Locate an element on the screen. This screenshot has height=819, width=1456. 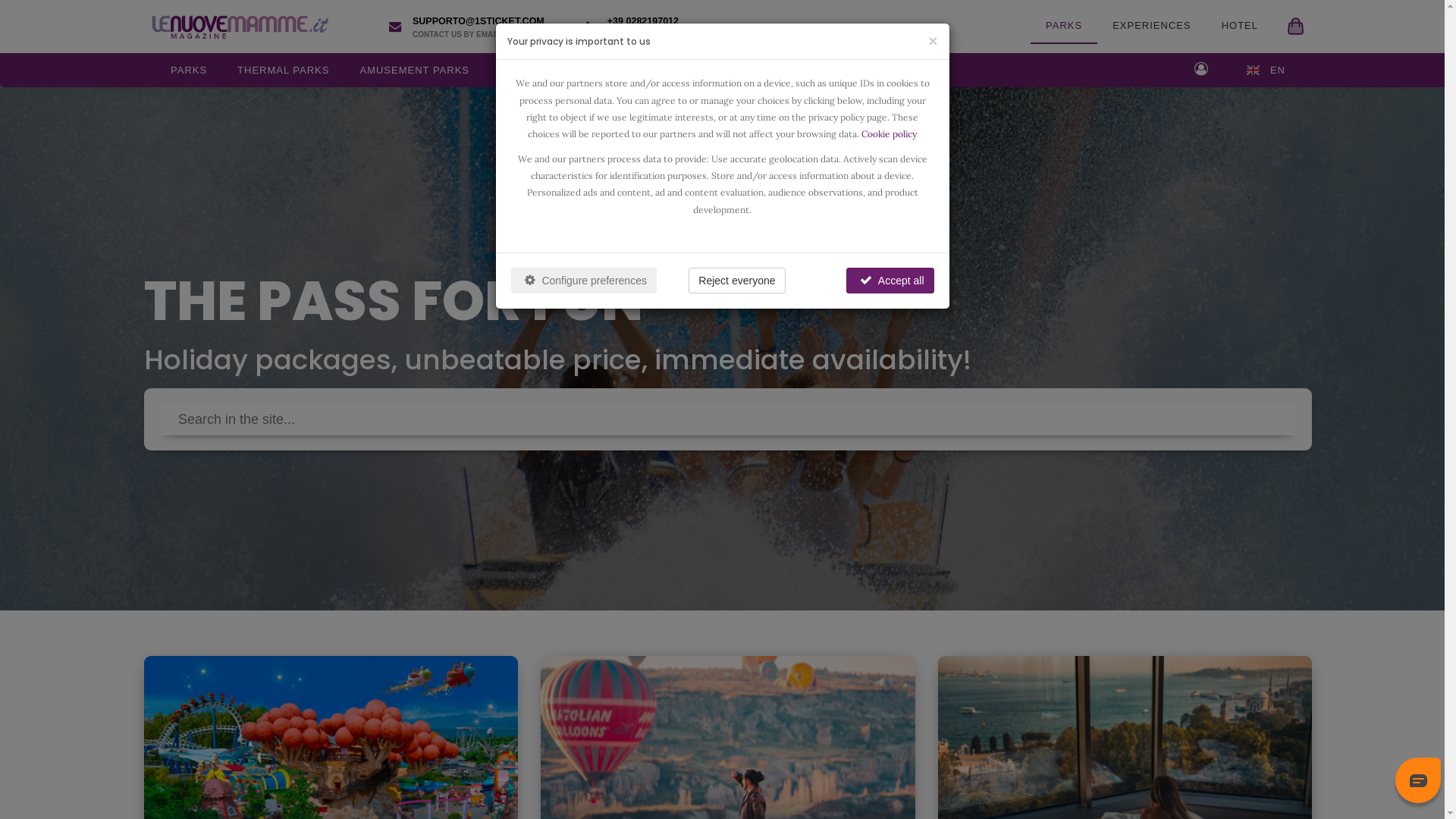
'Reject everyone' is located at coordinates (736, 281).